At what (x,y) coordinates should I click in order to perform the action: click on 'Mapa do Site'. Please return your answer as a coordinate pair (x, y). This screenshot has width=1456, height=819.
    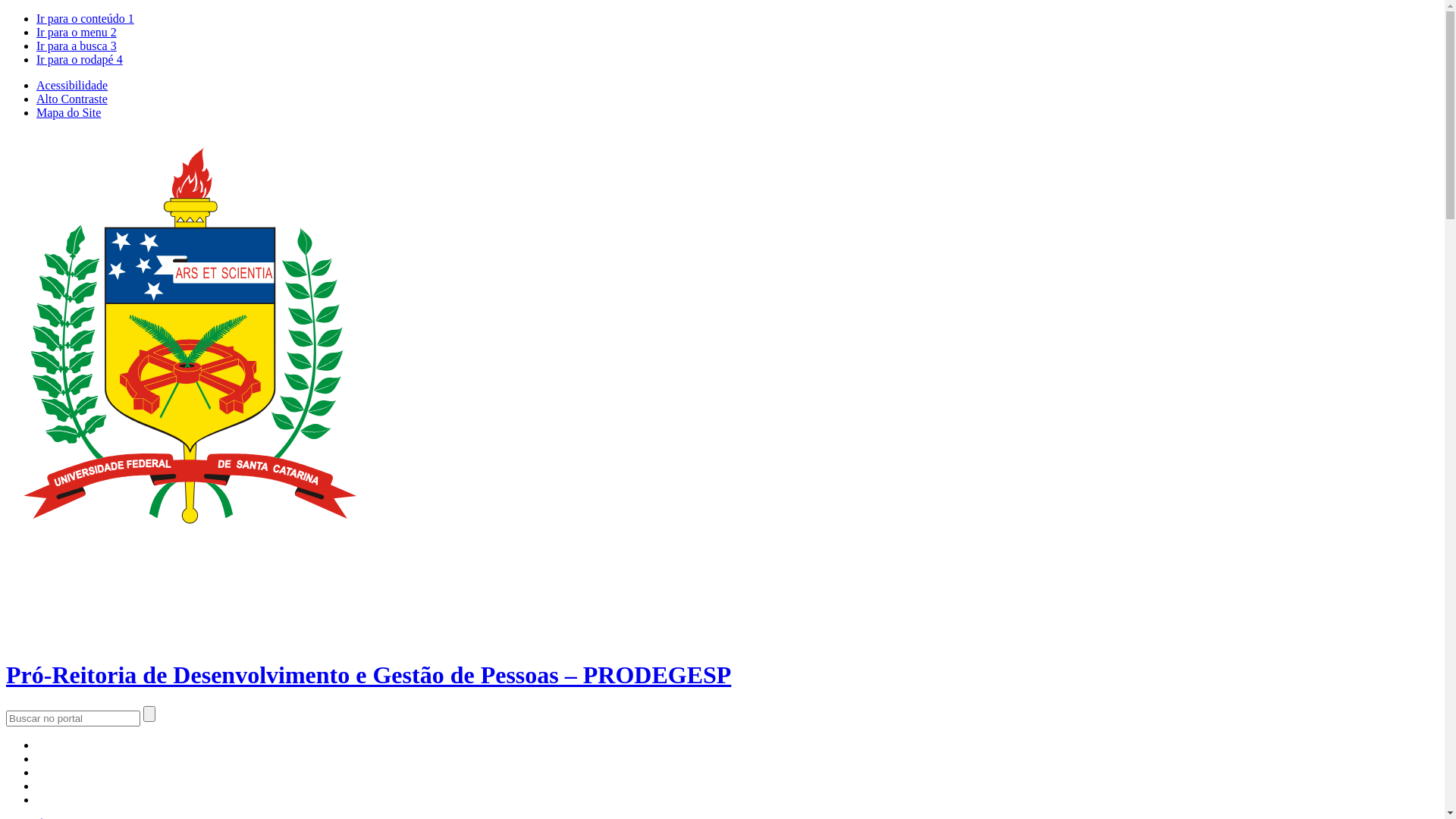
    Looking at the image, I should click on (67, 111).